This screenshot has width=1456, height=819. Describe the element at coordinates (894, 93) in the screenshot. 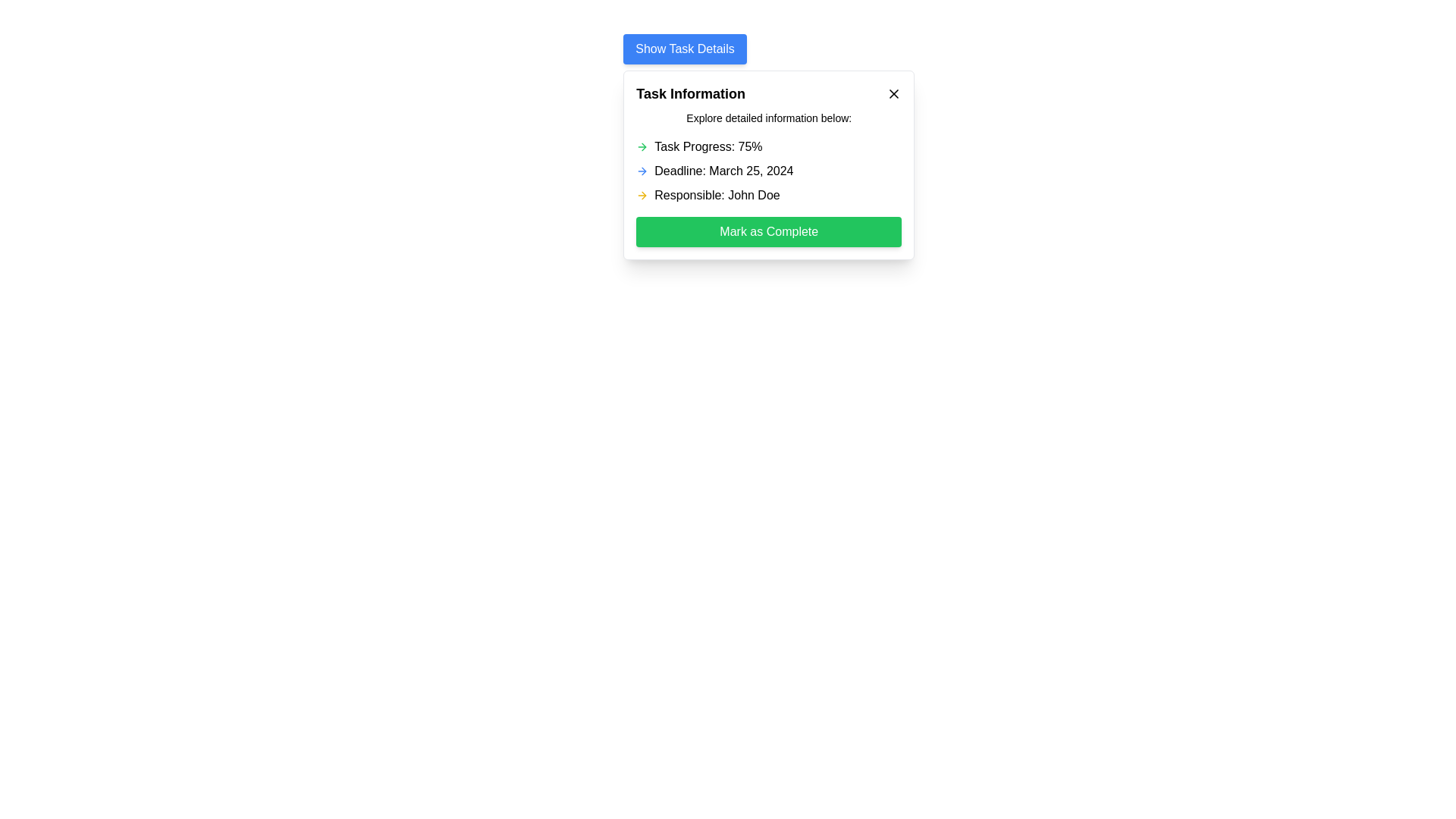

I see `the close ('X') button located in the top-right corner of the modal header, adjacent to the 'Task Information' title, to observe any hover effects` at that location.